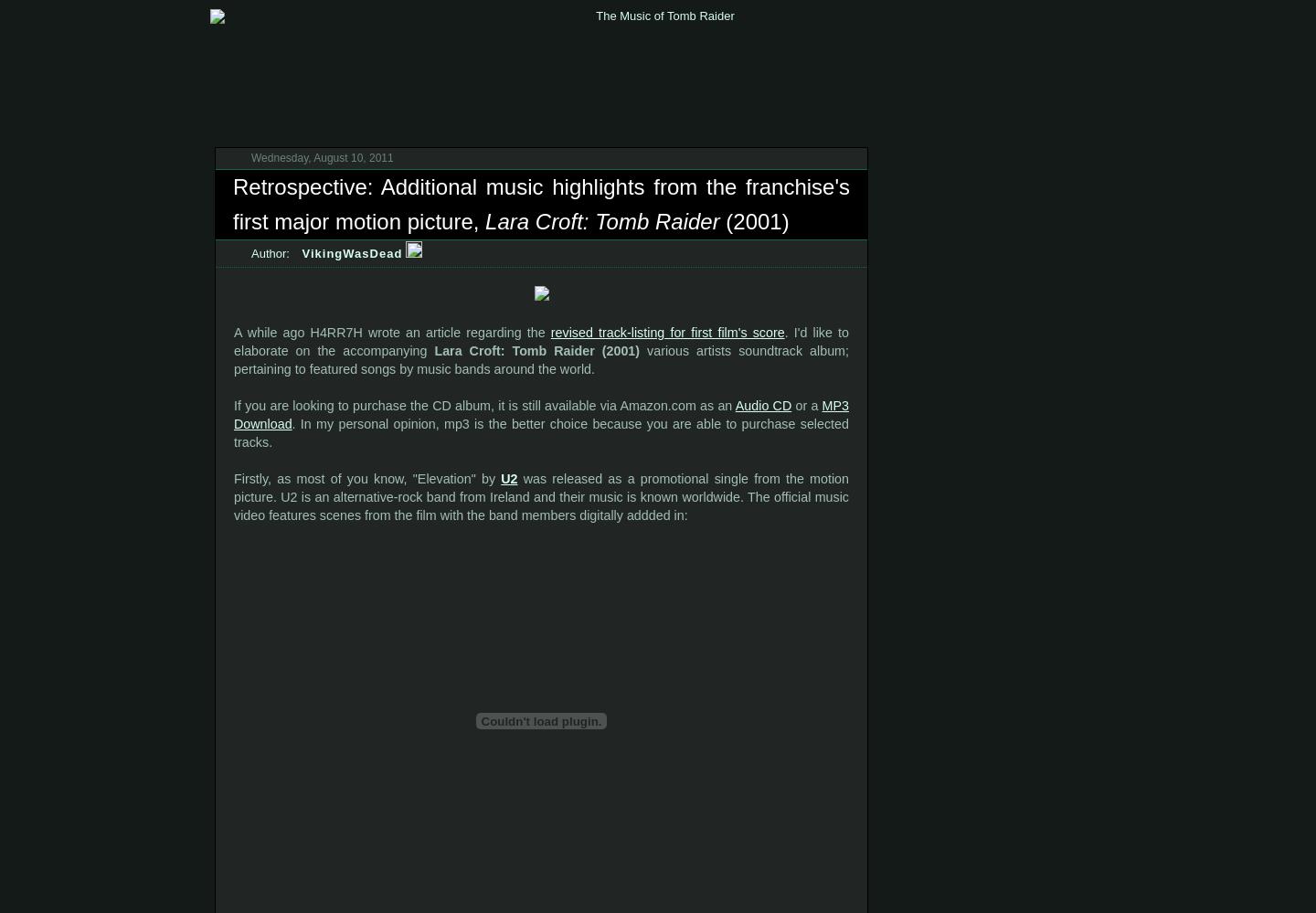 This screenshot has width=1316, height=913. What do you see at coordinates (540, 415) in the screenshot?
I see `'MP3 Download'` at bounding box center [540, 415].